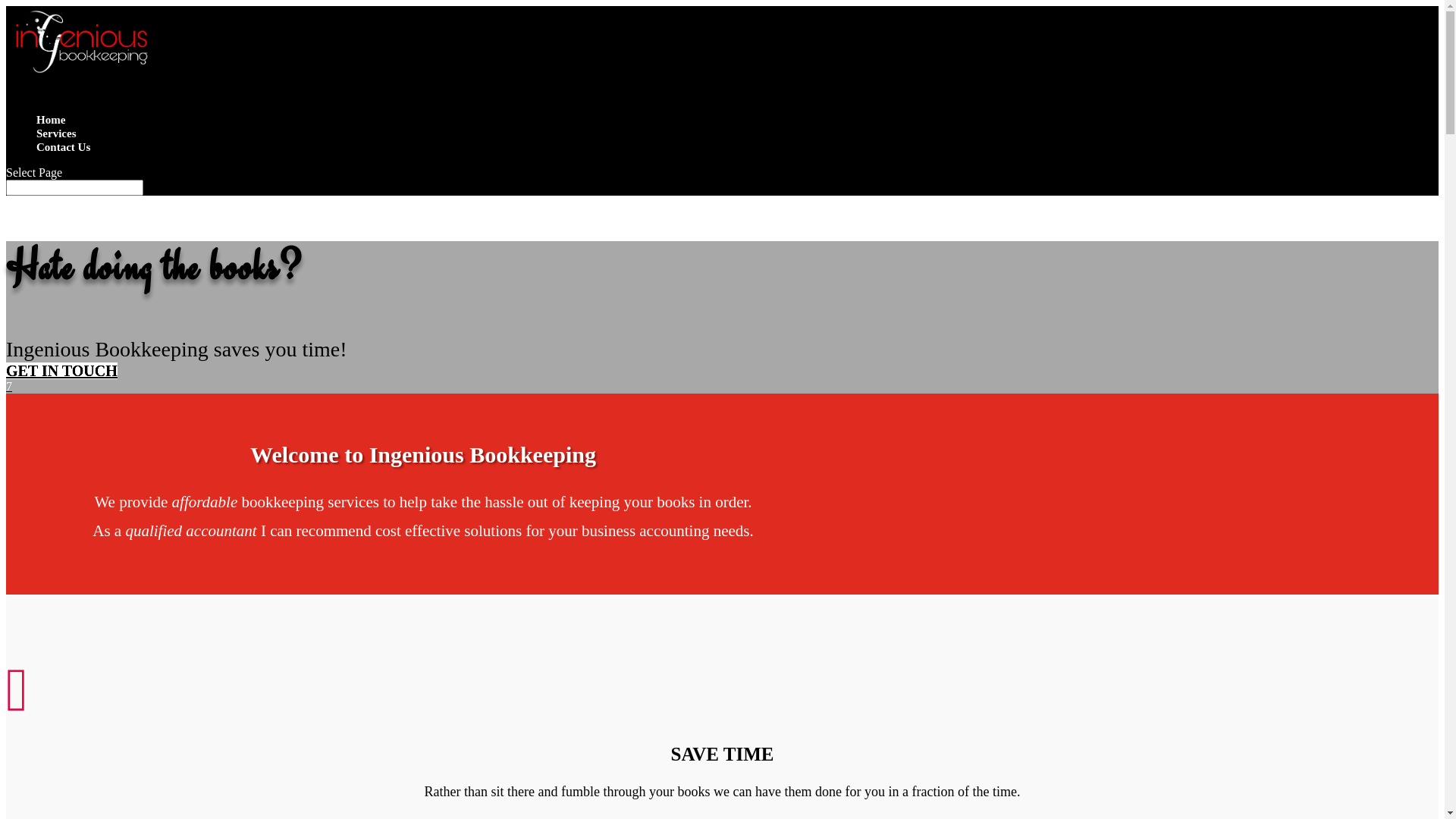 The width and height of the screenshot is (1456, 819). I want to click on 'Home', so click(36, 127).